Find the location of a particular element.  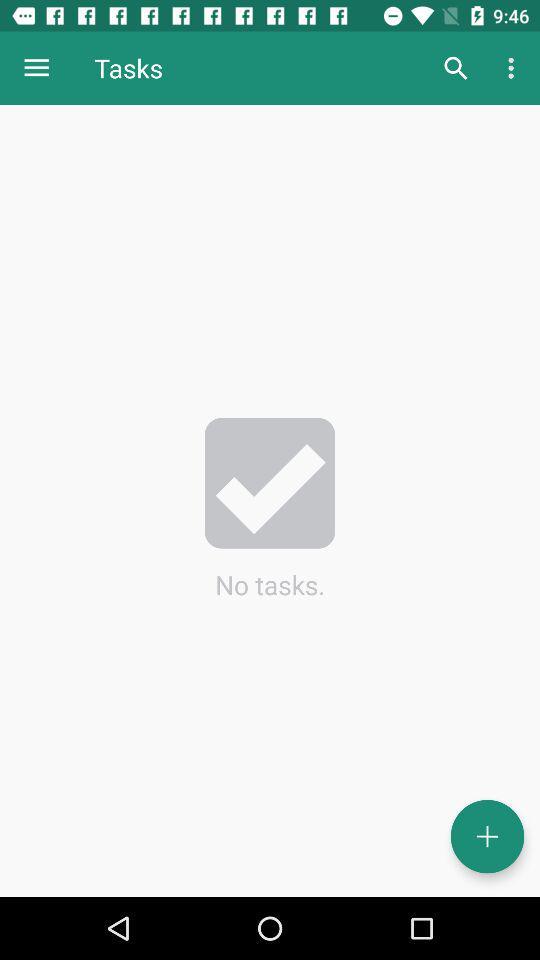

item next to tasks icon is located at coordinates (455, 68).